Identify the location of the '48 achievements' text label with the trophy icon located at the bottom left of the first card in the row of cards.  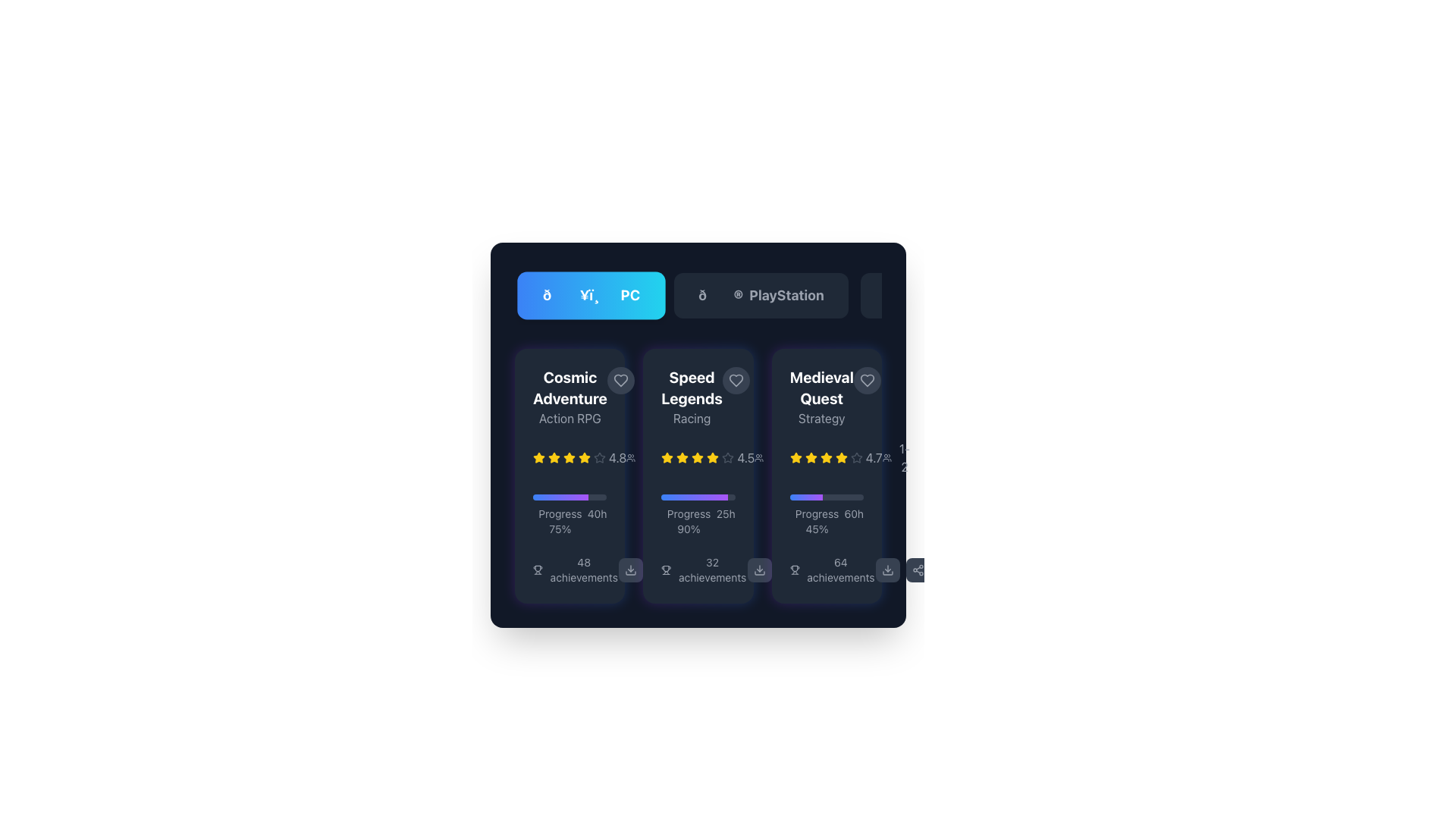
(575, 570).